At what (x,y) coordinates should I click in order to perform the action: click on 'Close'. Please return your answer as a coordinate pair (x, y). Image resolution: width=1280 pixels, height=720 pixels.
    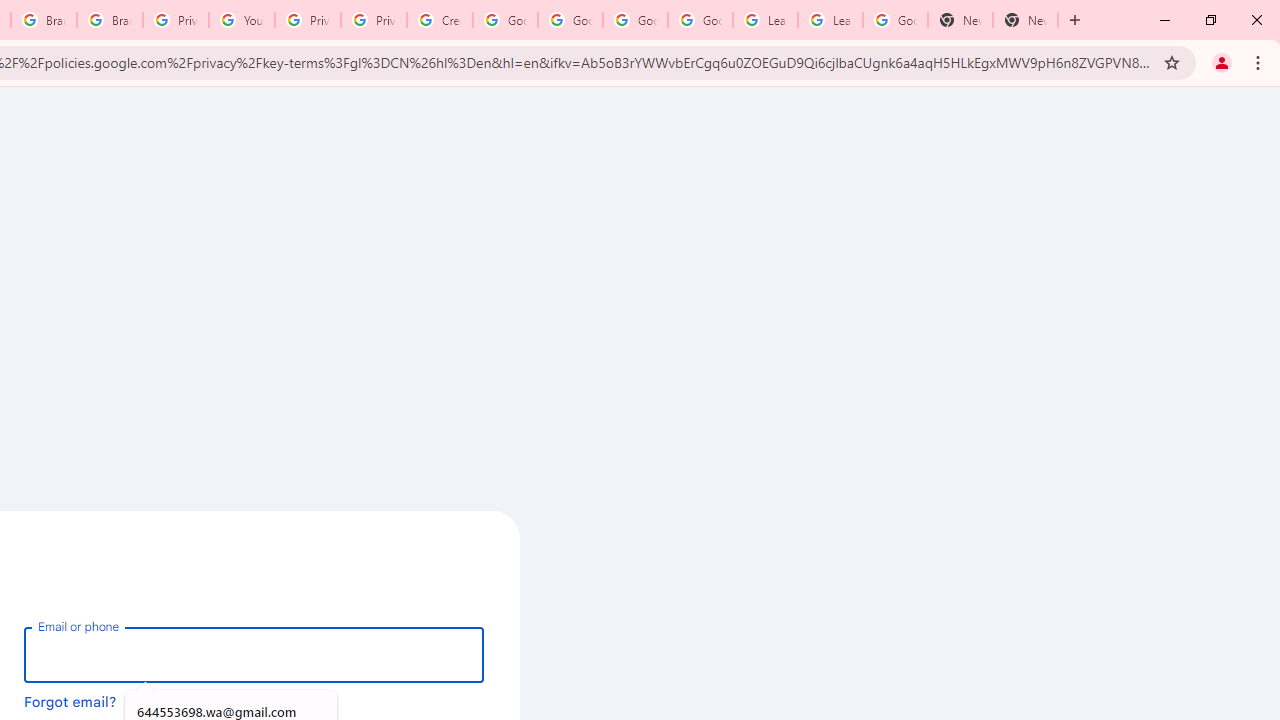
    Looking at the image, I should click on (1255, 20).